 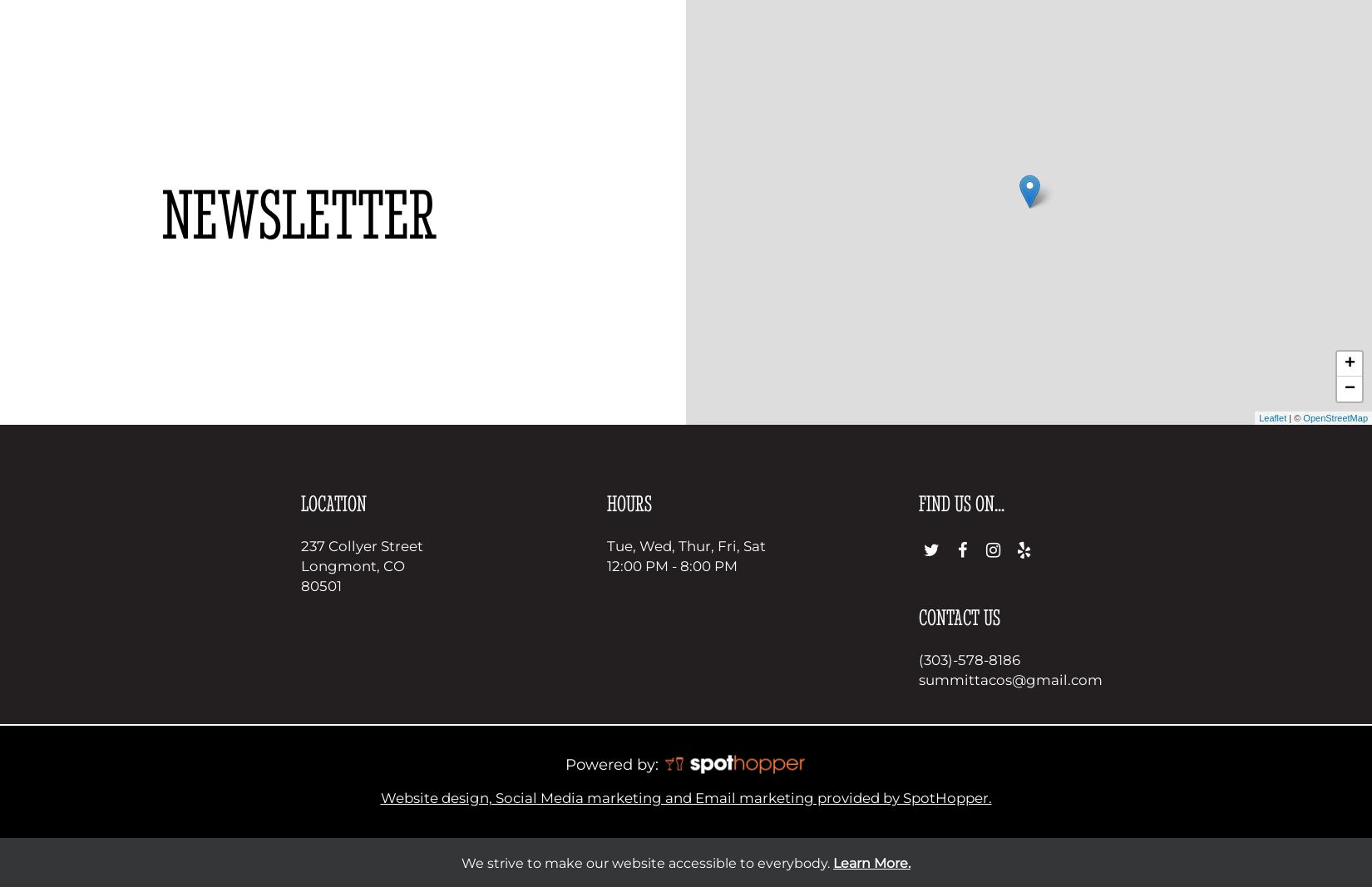 I want to click on 'Hours', so click(x=628, y=503).